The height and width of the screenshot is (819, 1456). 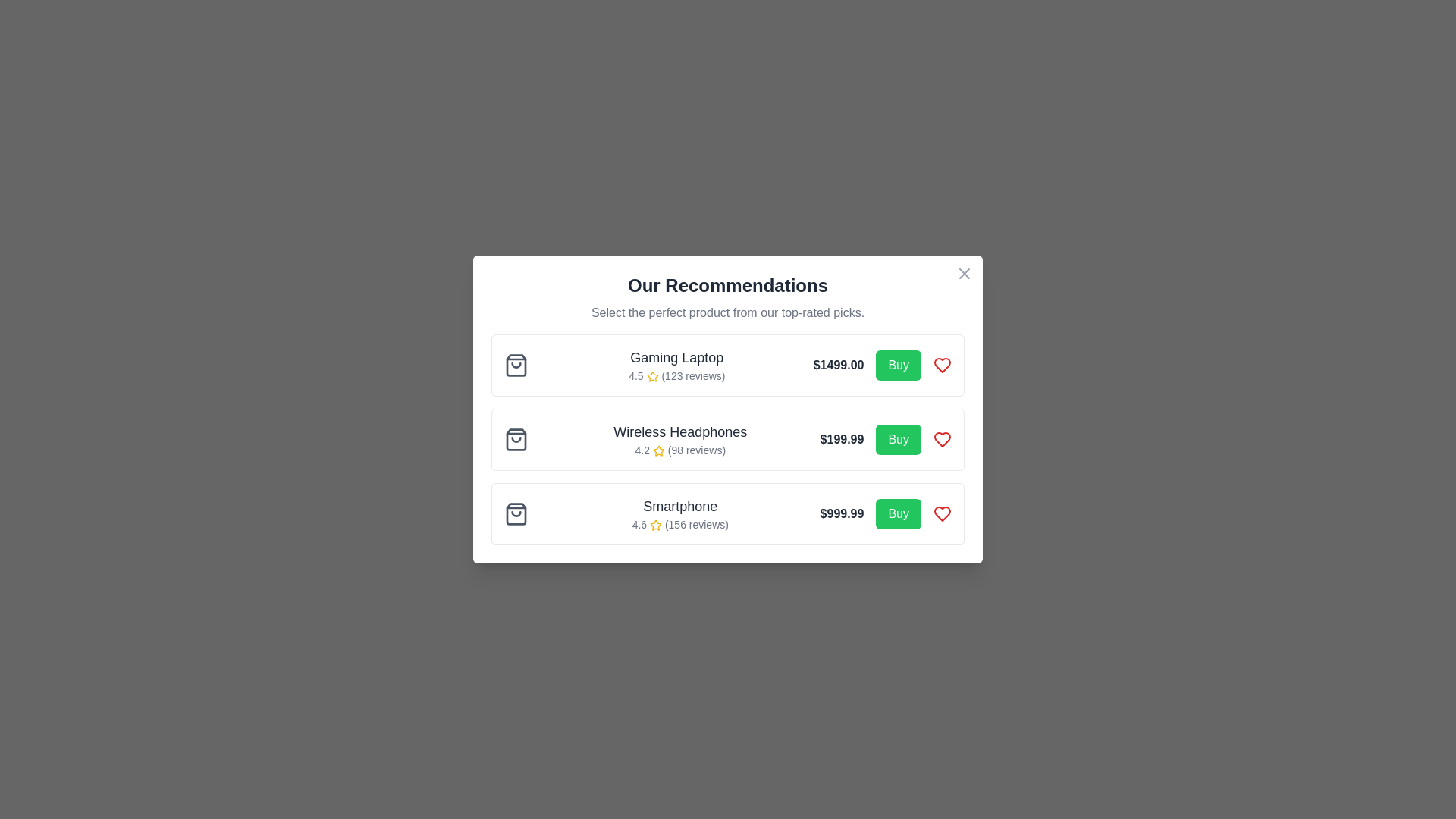 I want to click on price value displayed in the text label showing '$1499.00' located in the pricing area of the product card for 'Gaming Laptop', positioned to the right of the product rating and below the product title, so click(x=838, y=366).